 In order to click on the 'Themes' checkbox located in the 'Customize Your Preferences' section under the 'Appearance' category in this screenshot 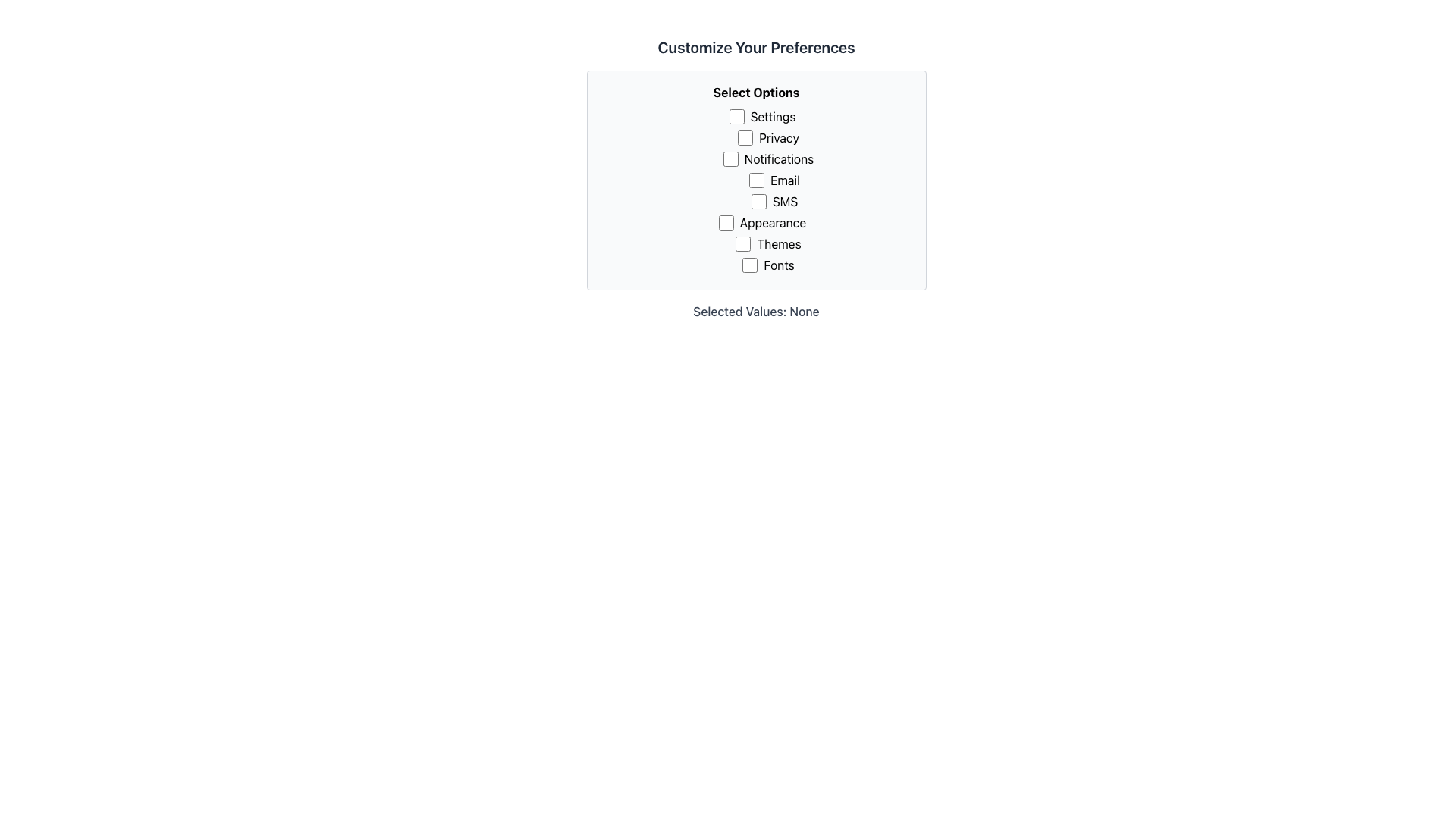, I will do `click(743, 243)`.